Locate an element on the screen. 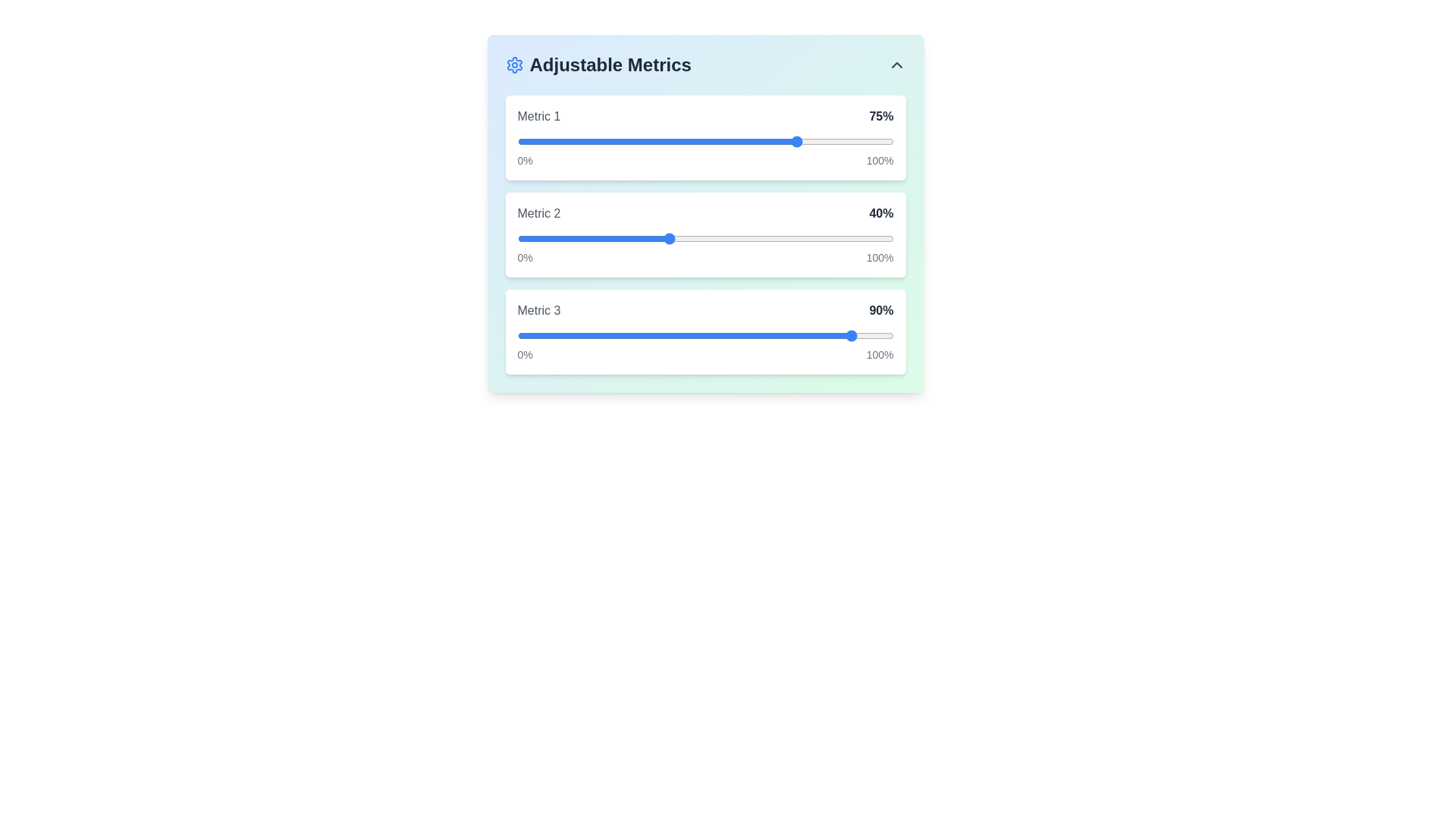 The height and width of the screenshot is (819, 1456). the static text label displaying '100%' located at the far-right end of a text pair next to a horizontal slider is located at coordinates (880, 256).